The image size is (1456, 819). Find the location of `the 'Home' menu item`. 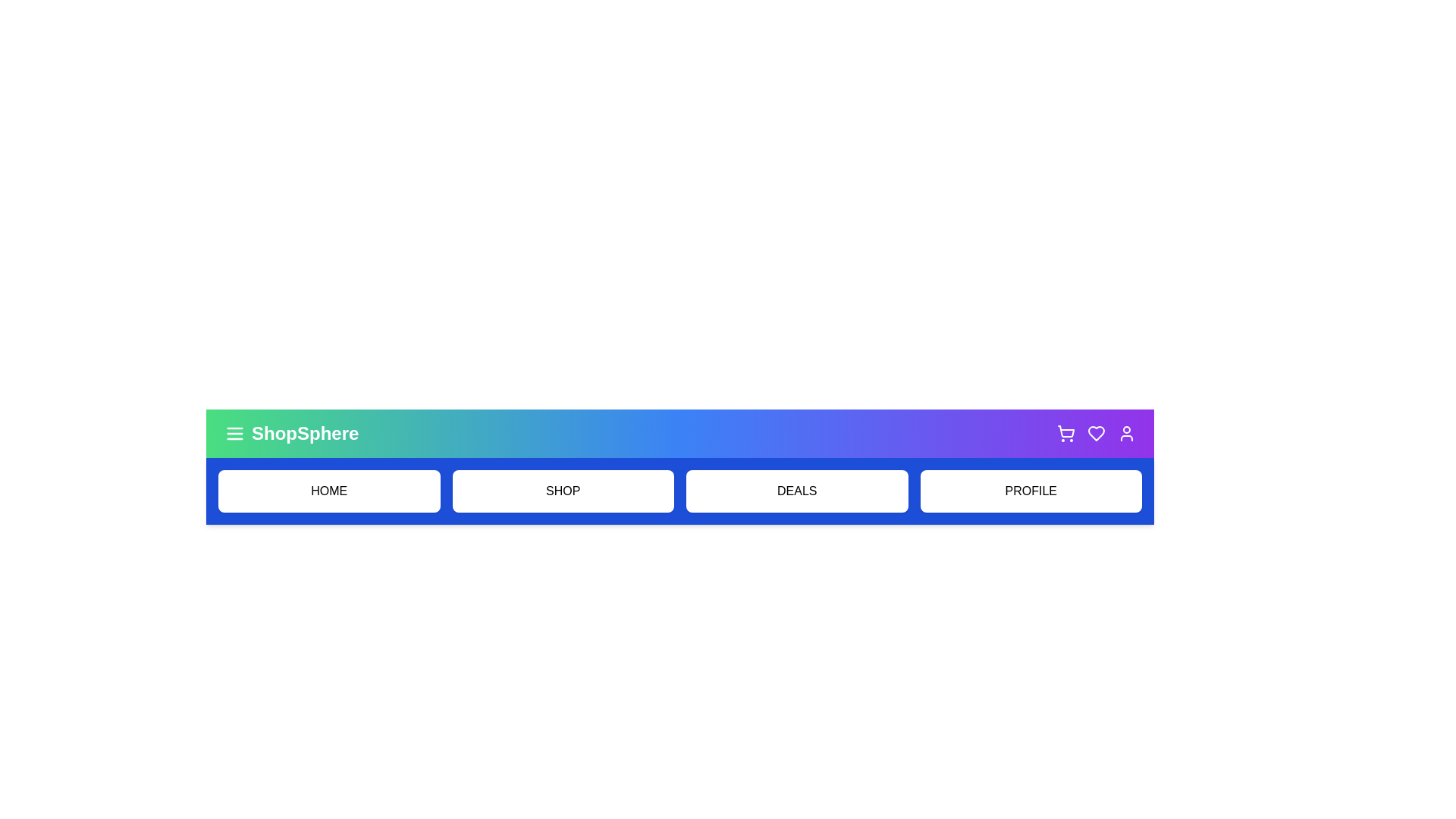

the 'Home' menu item is located at coordinates (328, 491).